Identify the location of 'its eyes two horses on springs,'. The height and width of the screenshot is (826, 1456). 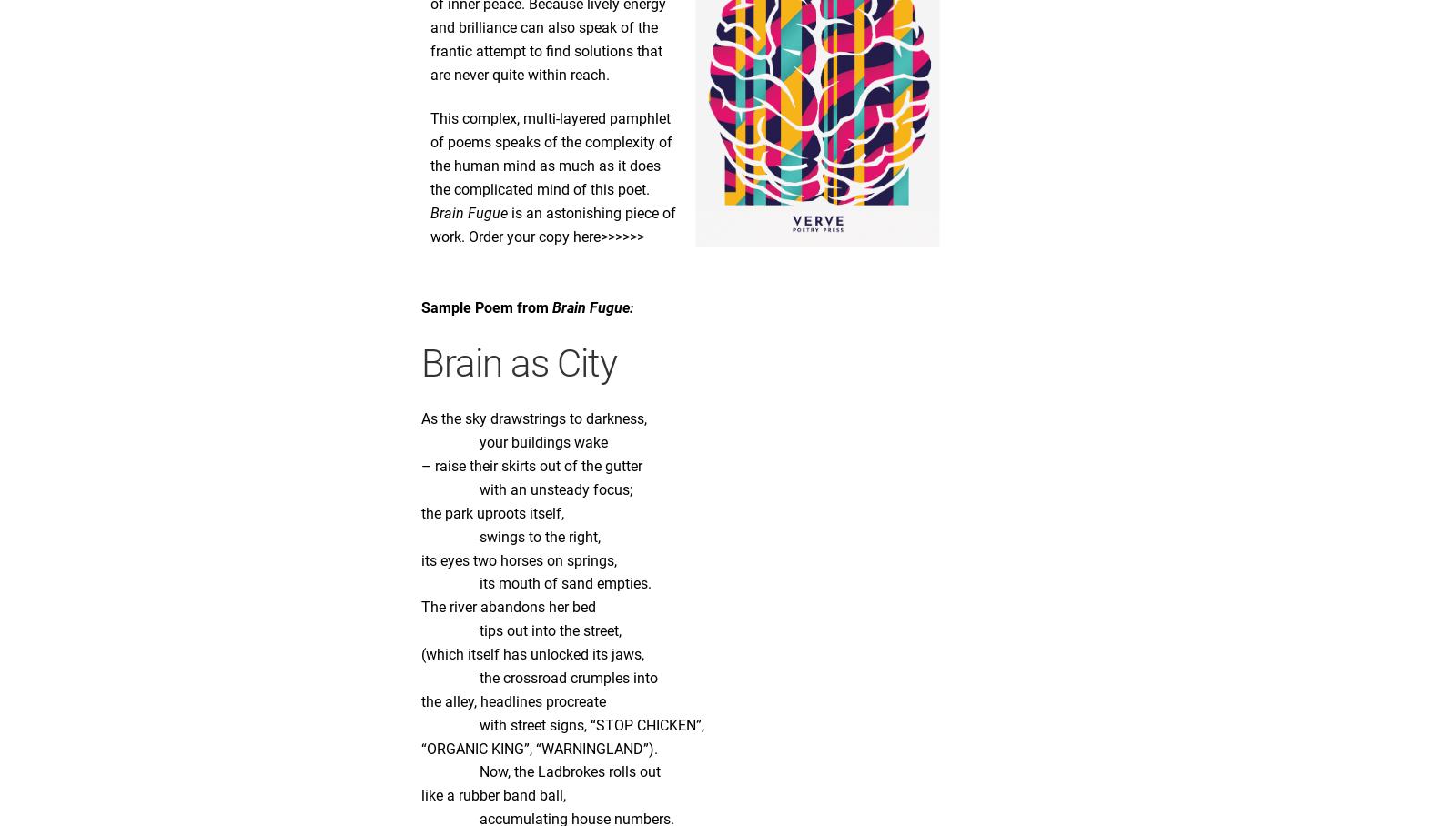
(518, 559).